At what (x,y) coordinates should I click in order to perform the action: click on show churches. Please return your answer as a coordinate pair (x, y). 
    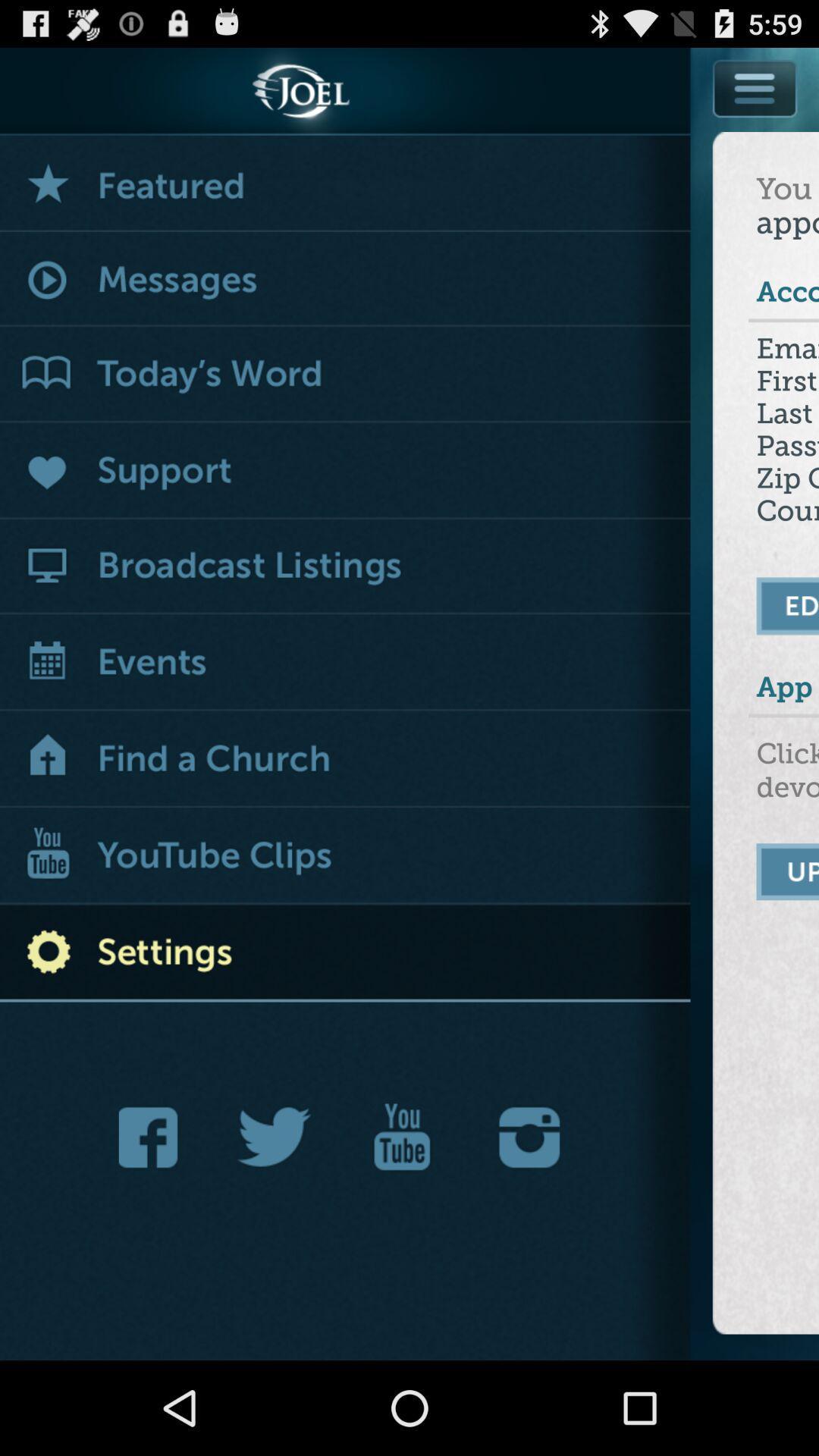
    Looking at the image, I should click on (345, 760).